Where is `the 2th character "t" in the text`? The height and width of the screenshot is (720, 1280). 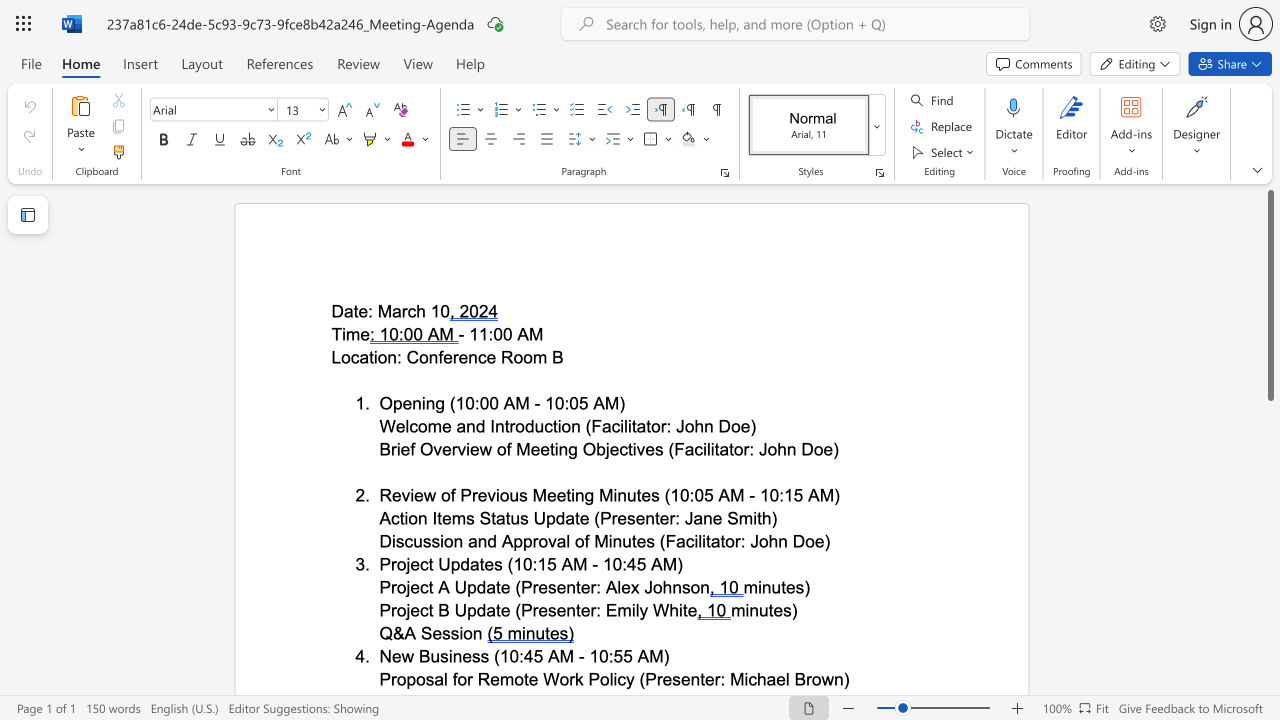
the 2th character "t" in the text is located at coordinates (482, 564).